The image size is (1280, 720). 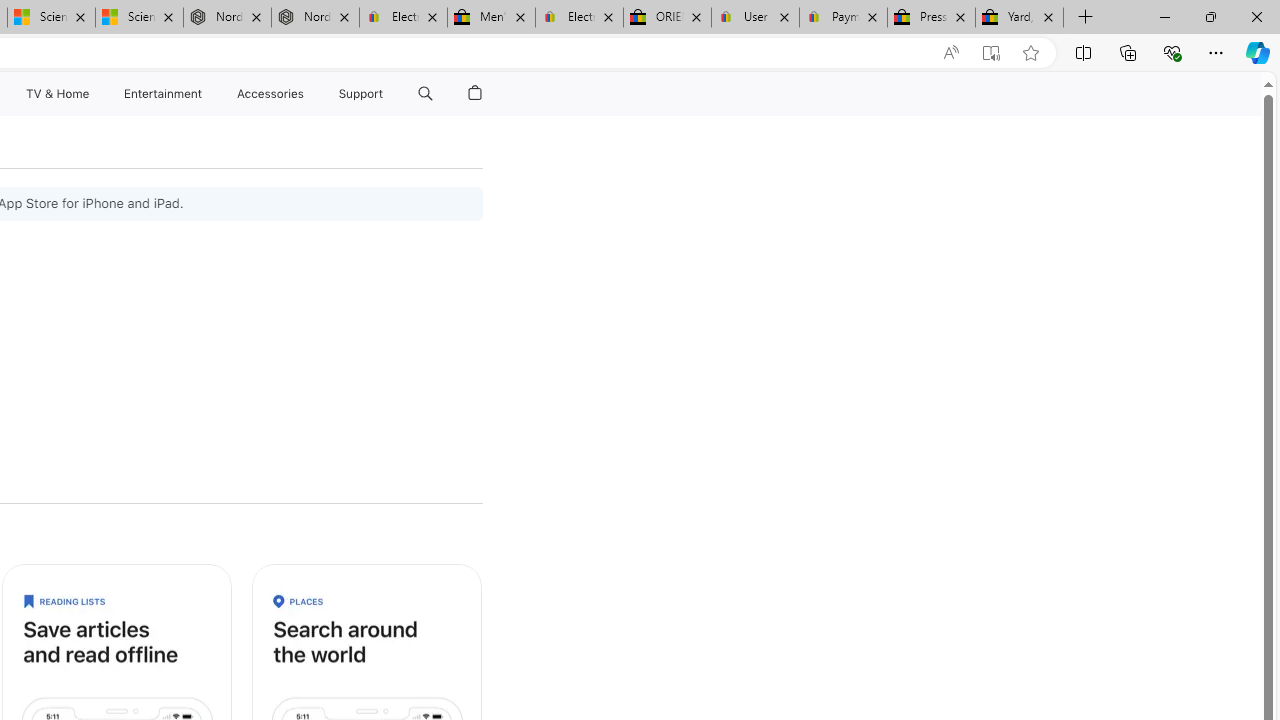 I want to click on 'Entertainment menu', so click(x=206, y=93).